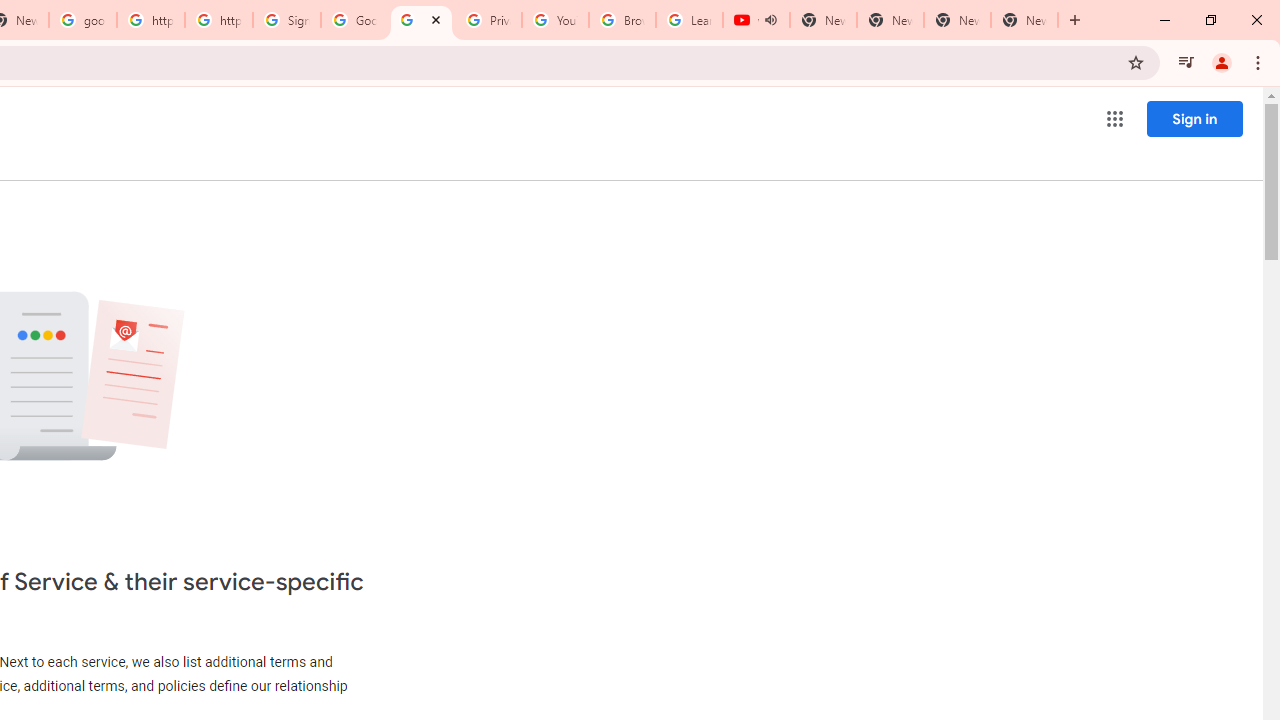 The image size is (1280, 720). I want to click on 'New Tab', so click(1024, 20).